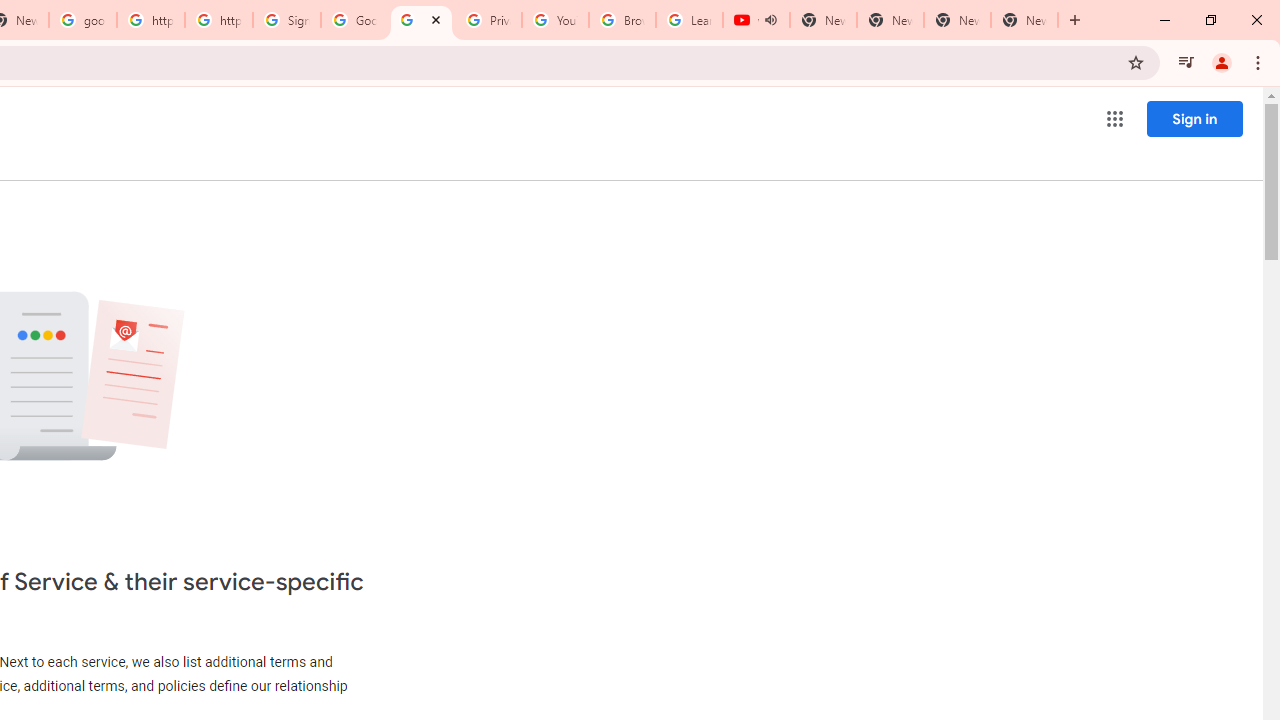 The image size is (1280, 720). I want to click on 'New Tab', so click(1024, 20).